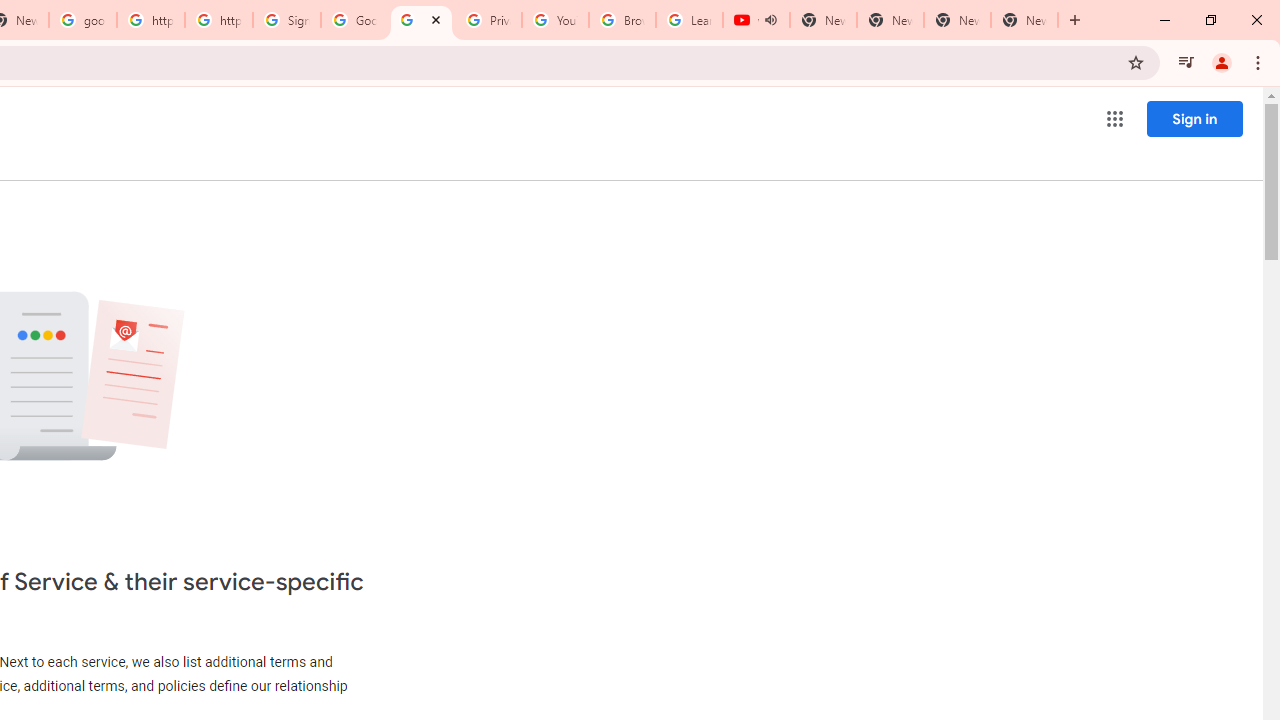 The image size is (1280, 720). I want to click on 'New Tab', so click(1024, 20).